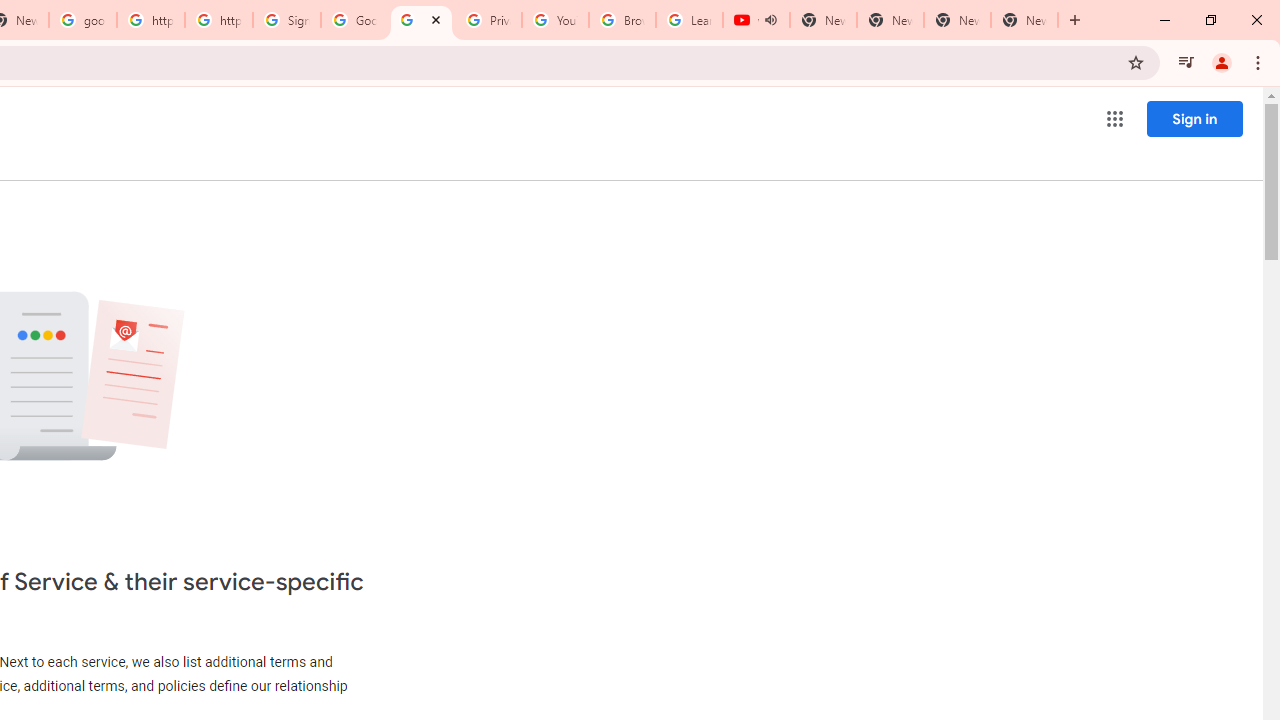 The image size is (1280, 720). I want to click on 'New Tab', so click(1024, 20).